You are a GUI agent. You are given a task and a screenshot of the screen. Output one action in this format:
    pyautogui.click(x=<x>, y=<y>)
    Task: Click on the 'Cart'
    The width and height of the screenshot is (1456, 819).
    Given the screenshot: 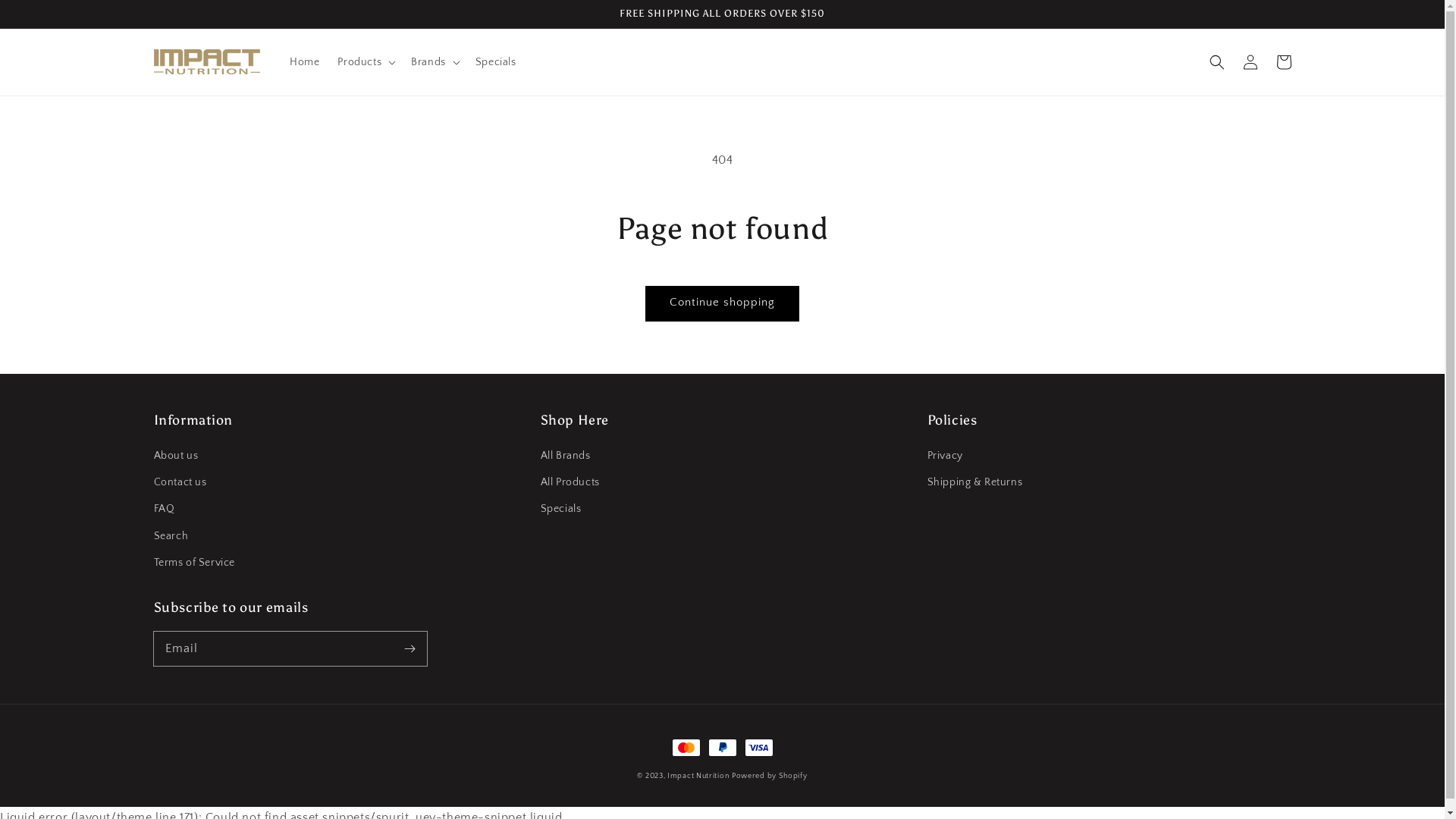 What is the action you would take?
    pyautogui.click(x=1282, y=61)
    